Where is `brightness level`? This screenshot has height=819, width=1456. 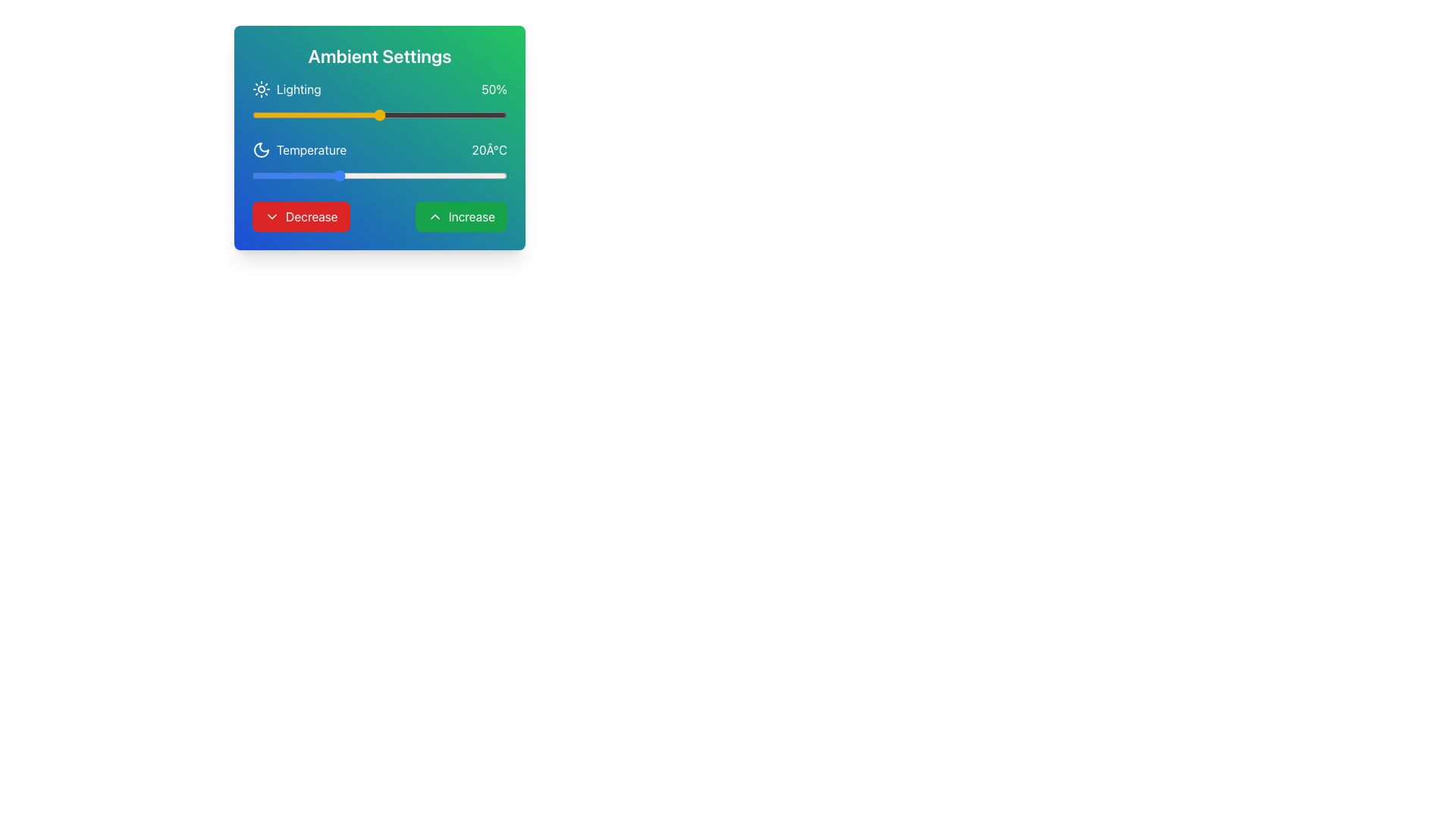
brightness level is located at coordinates (397, 114).